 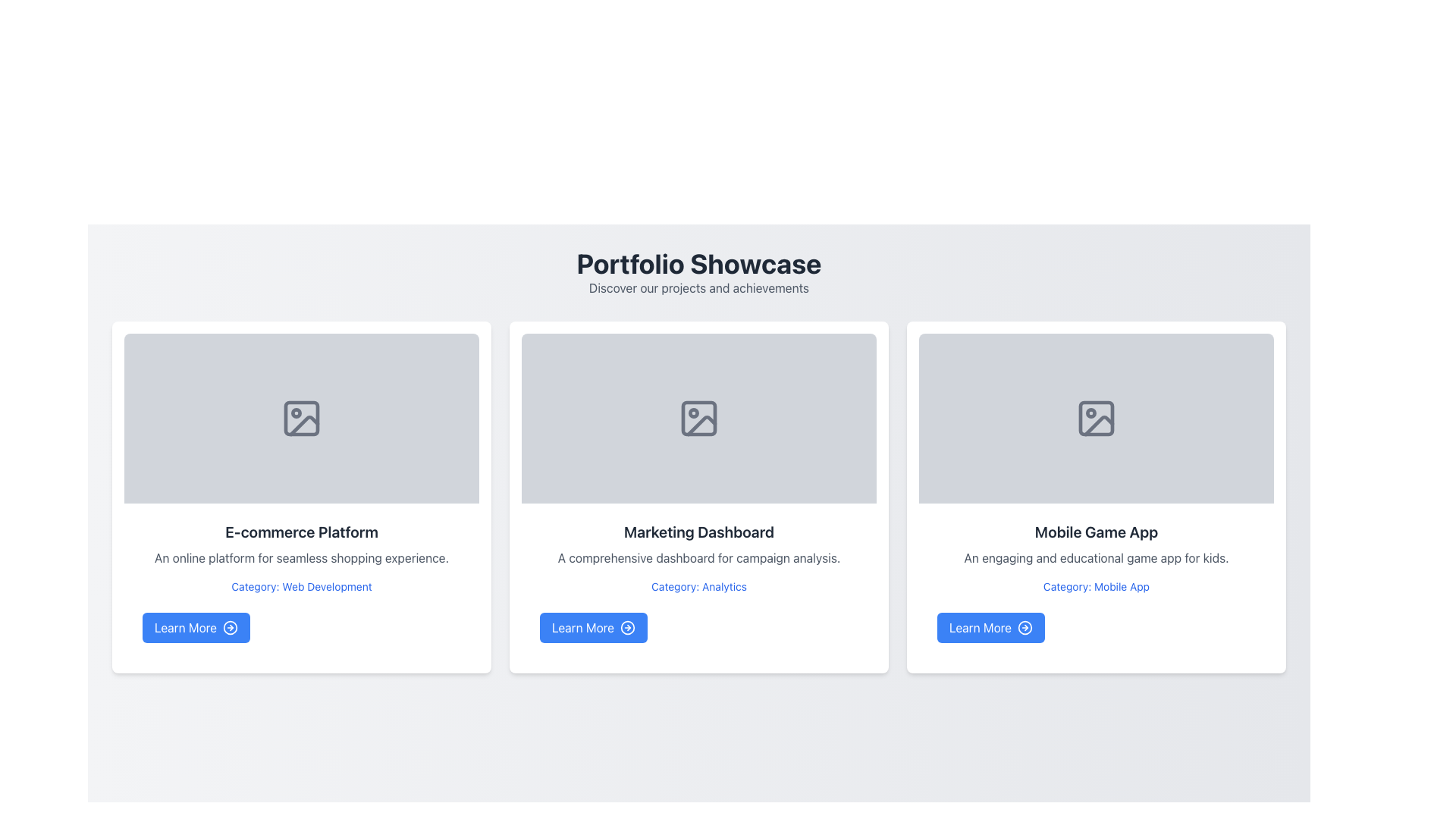 I want to click on the SVG Circle Component that visually complements the 'Learn More' button in the 'Mobile Game App' section, so click(x=1025, y=628).